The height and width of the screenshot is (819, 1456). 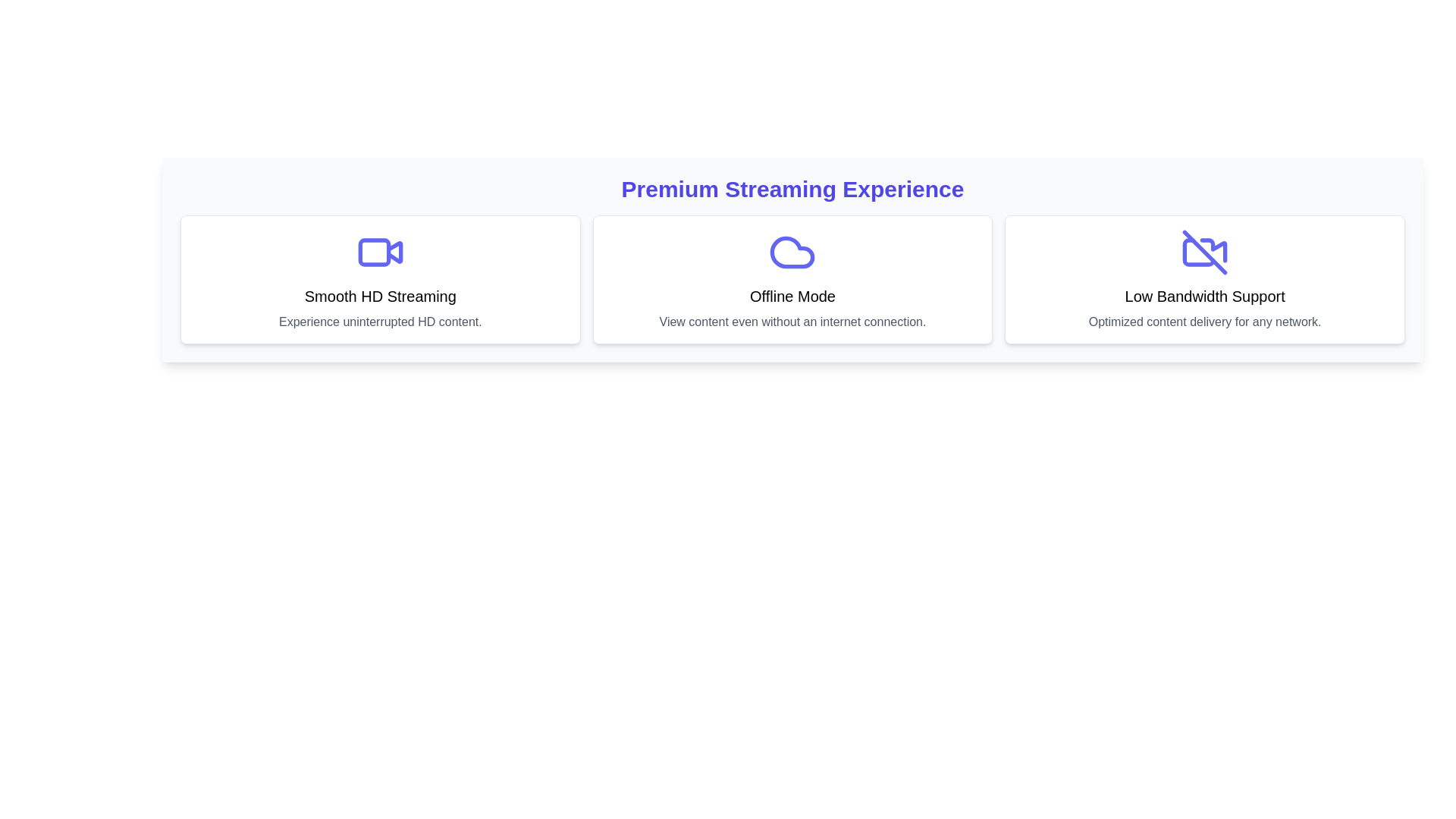 I want to click on the static text element that serves as a title for the 'Premium Streaming Experience' feature, located within a white card under a video icon, so click(x=380, y=296).